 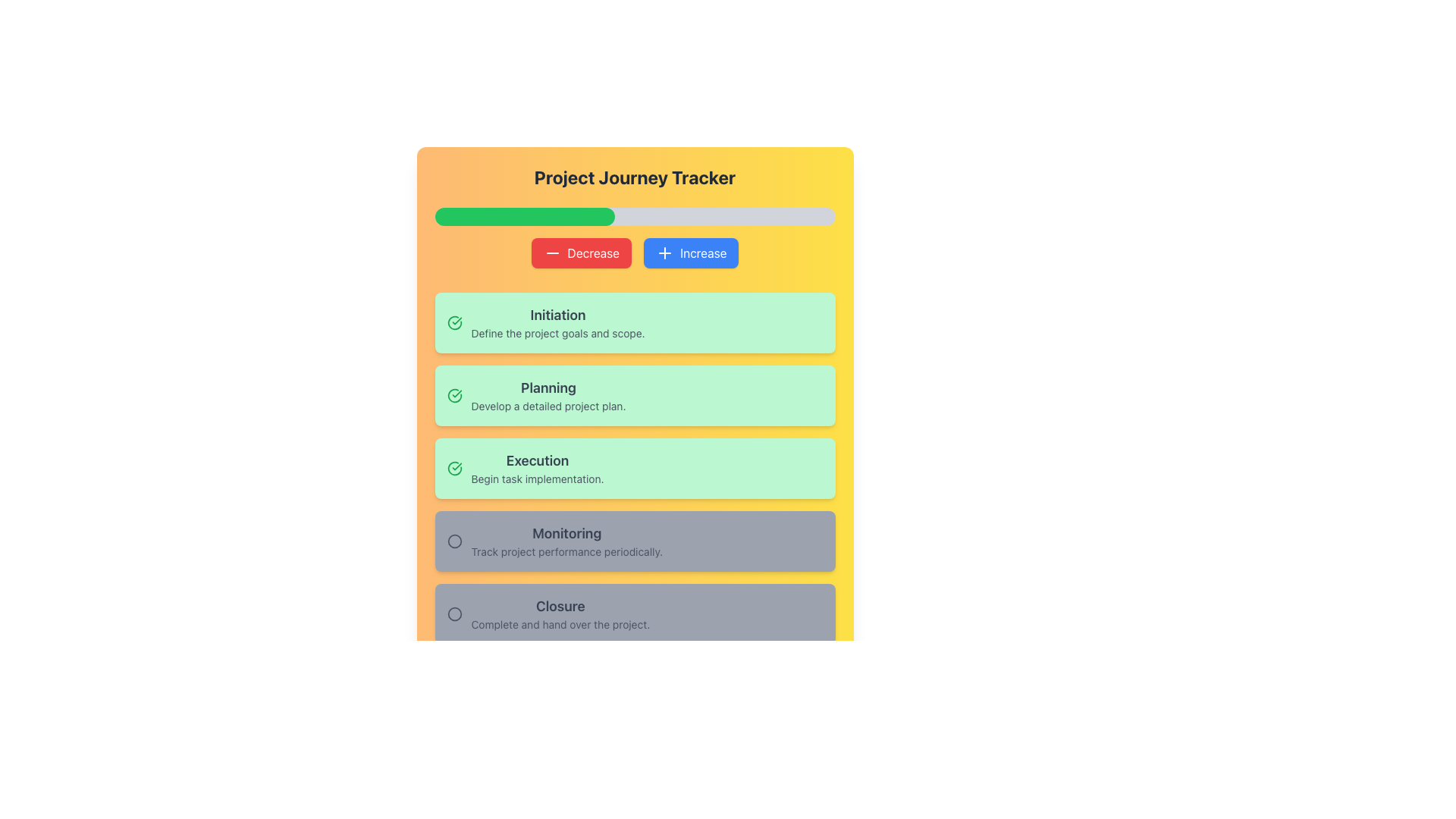 I want to click on the 'Decrease' button icon, which visually represents a subtraction operation, so click(x=551, y=253).